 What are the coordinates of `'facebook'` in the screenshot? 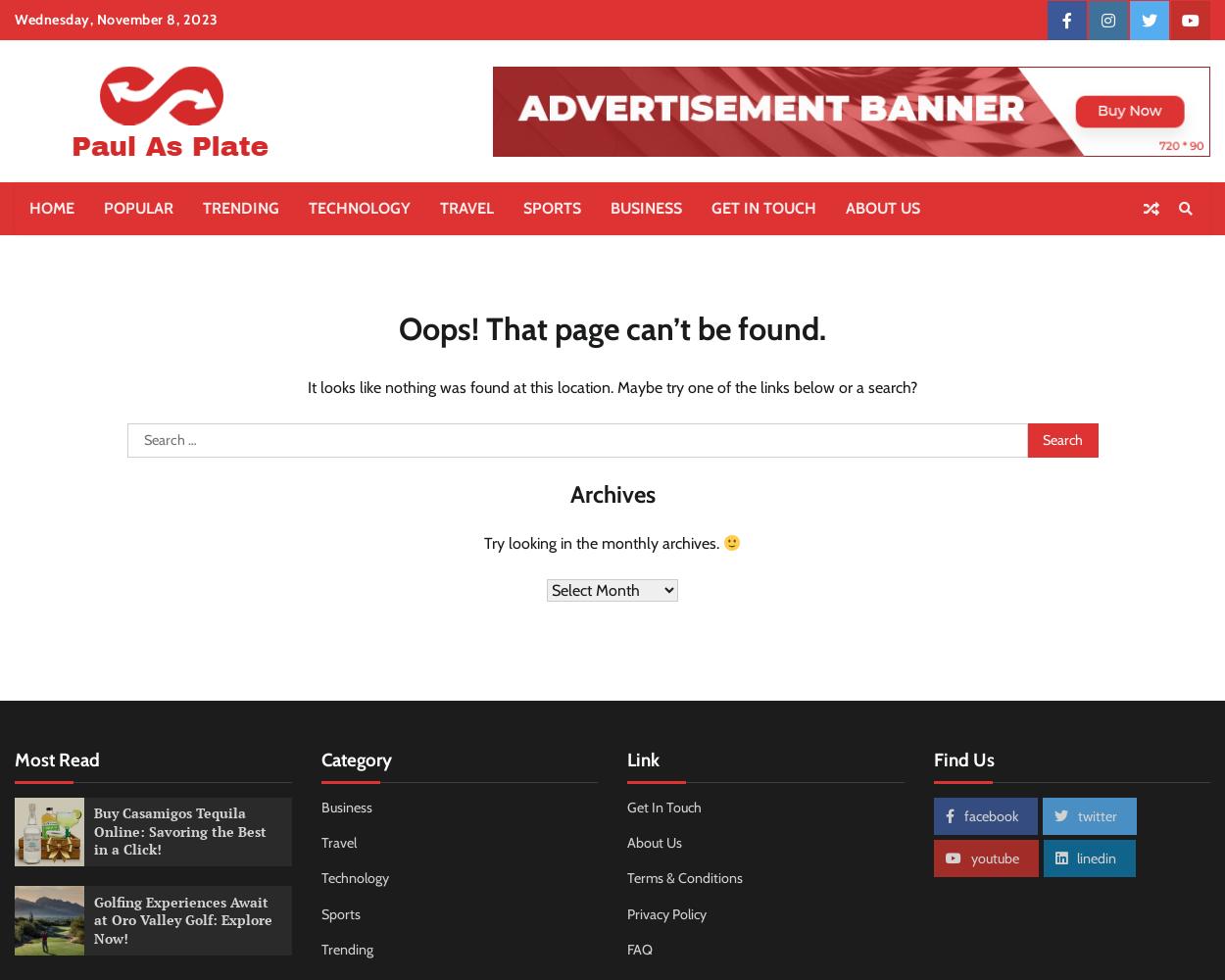 It's located at (962, 814).